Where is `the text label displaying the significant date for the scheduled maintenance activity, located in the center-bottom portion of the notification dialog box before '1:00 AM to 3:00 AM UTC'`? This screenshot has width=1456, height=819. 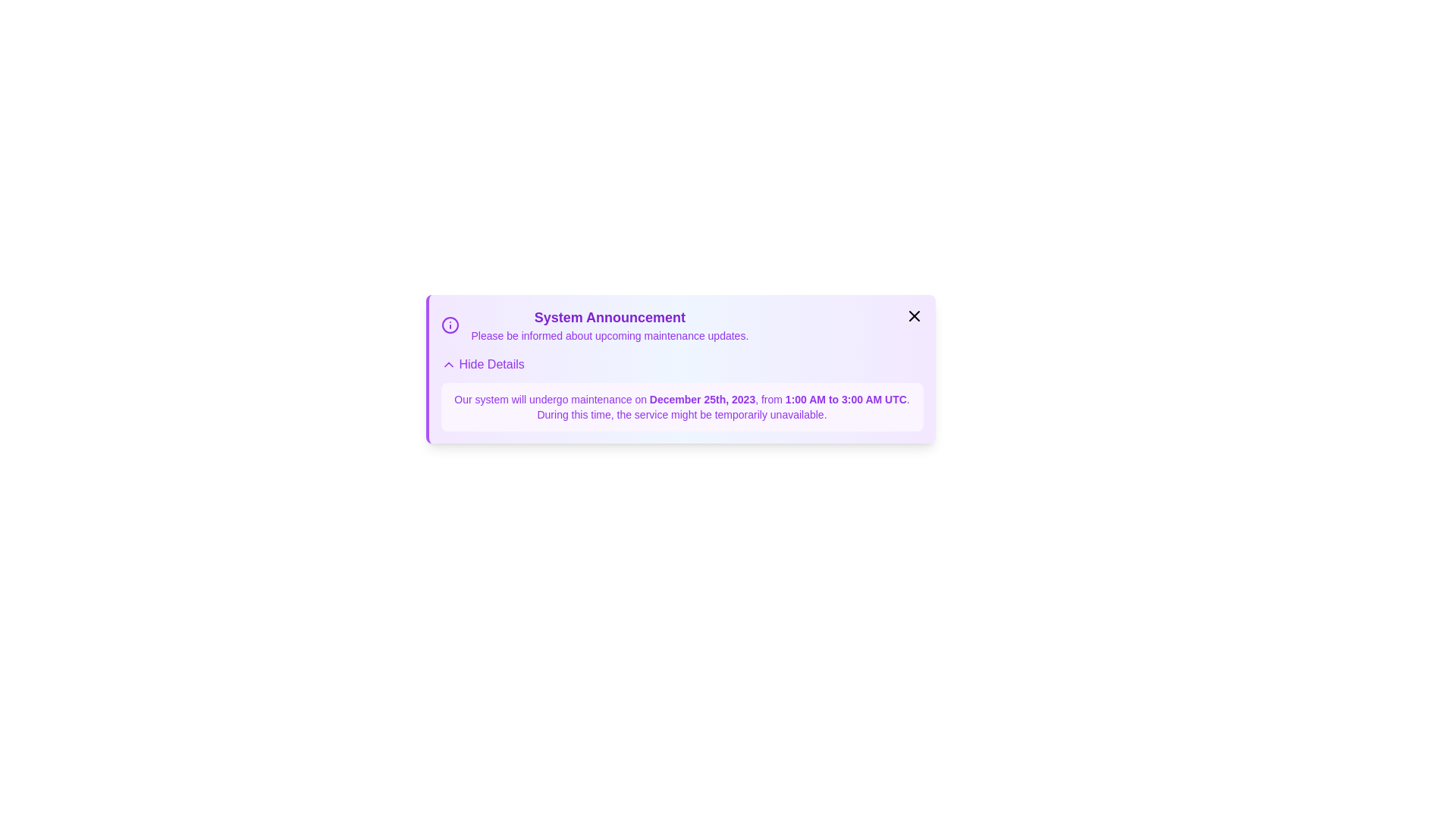 the text label displaying the significant date for the scheduled maintenance activity, located in the center-bottom portion of the notification dialog box before '1:00 AM to 3:00 AM UTC' is located at coordinates (701, 399).